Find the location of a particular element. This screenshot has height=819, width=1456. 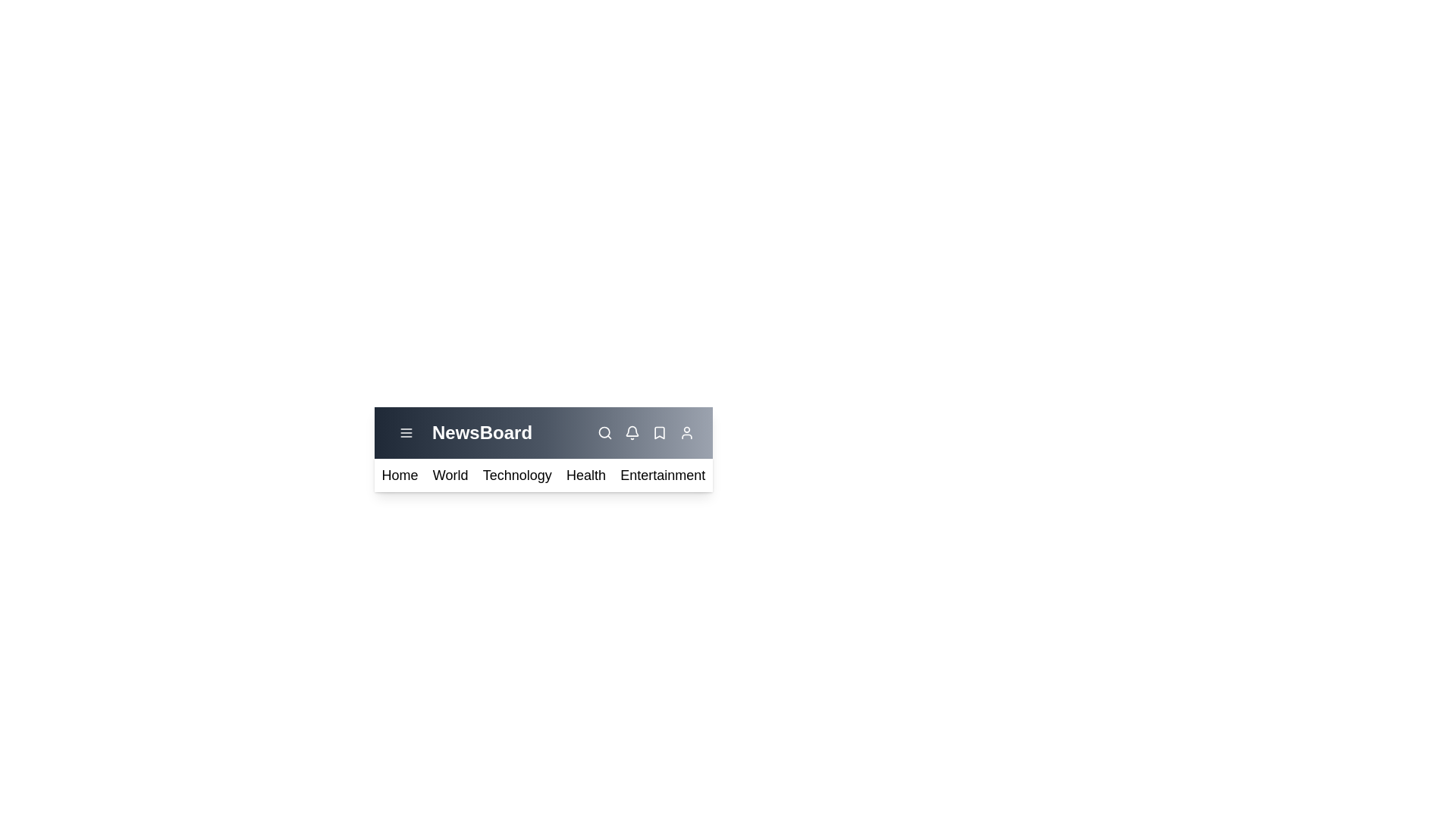

the menu item Technology is located at coordinates (516, 475).